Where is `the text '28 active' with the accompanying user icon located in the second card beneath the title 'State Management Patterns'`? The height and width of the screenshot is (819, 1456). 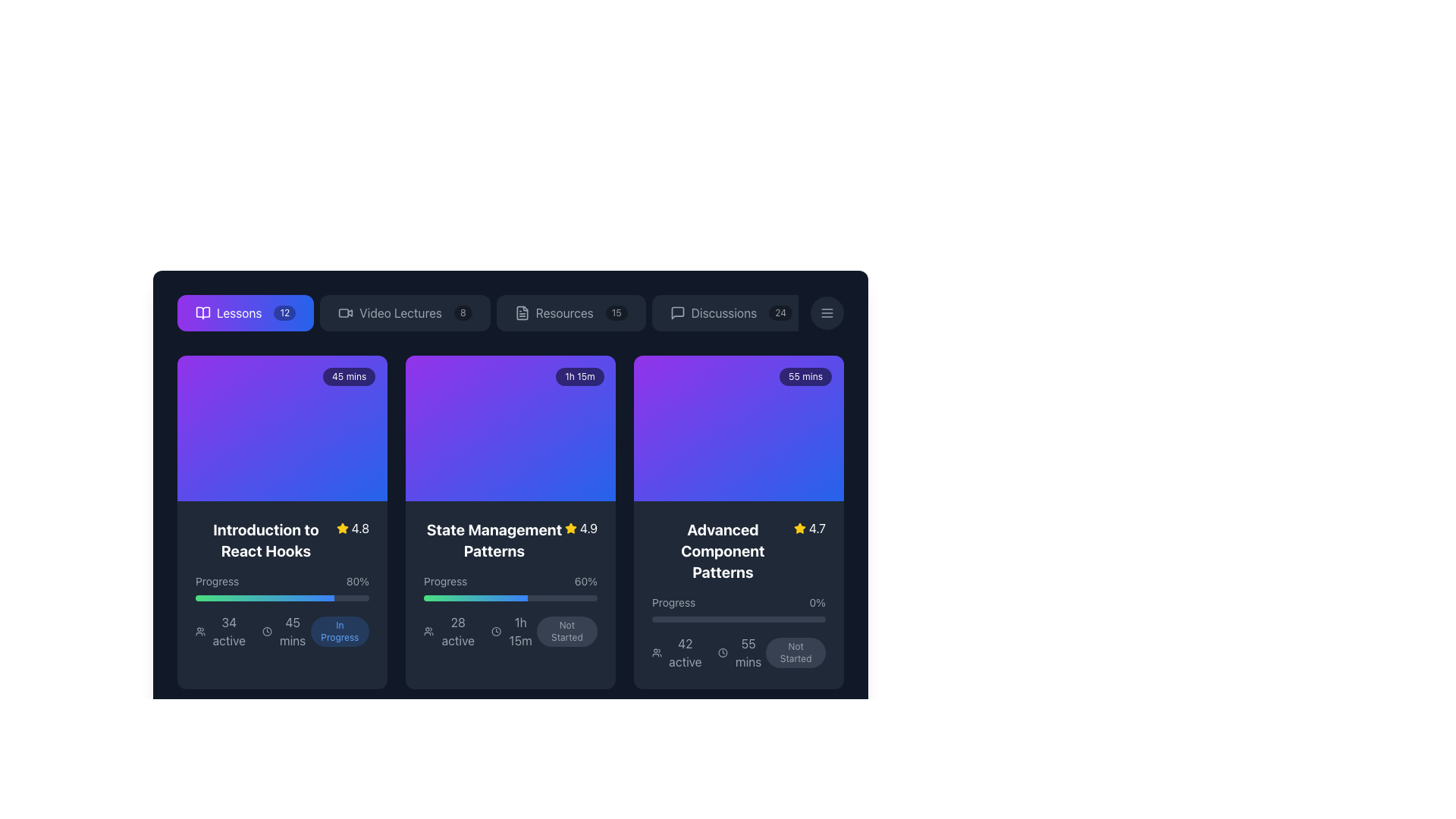 the text '28 active' with the accompanying user icon located in the second card beneath the title 'State Management Patterns' is located at coordinates (450, 632).